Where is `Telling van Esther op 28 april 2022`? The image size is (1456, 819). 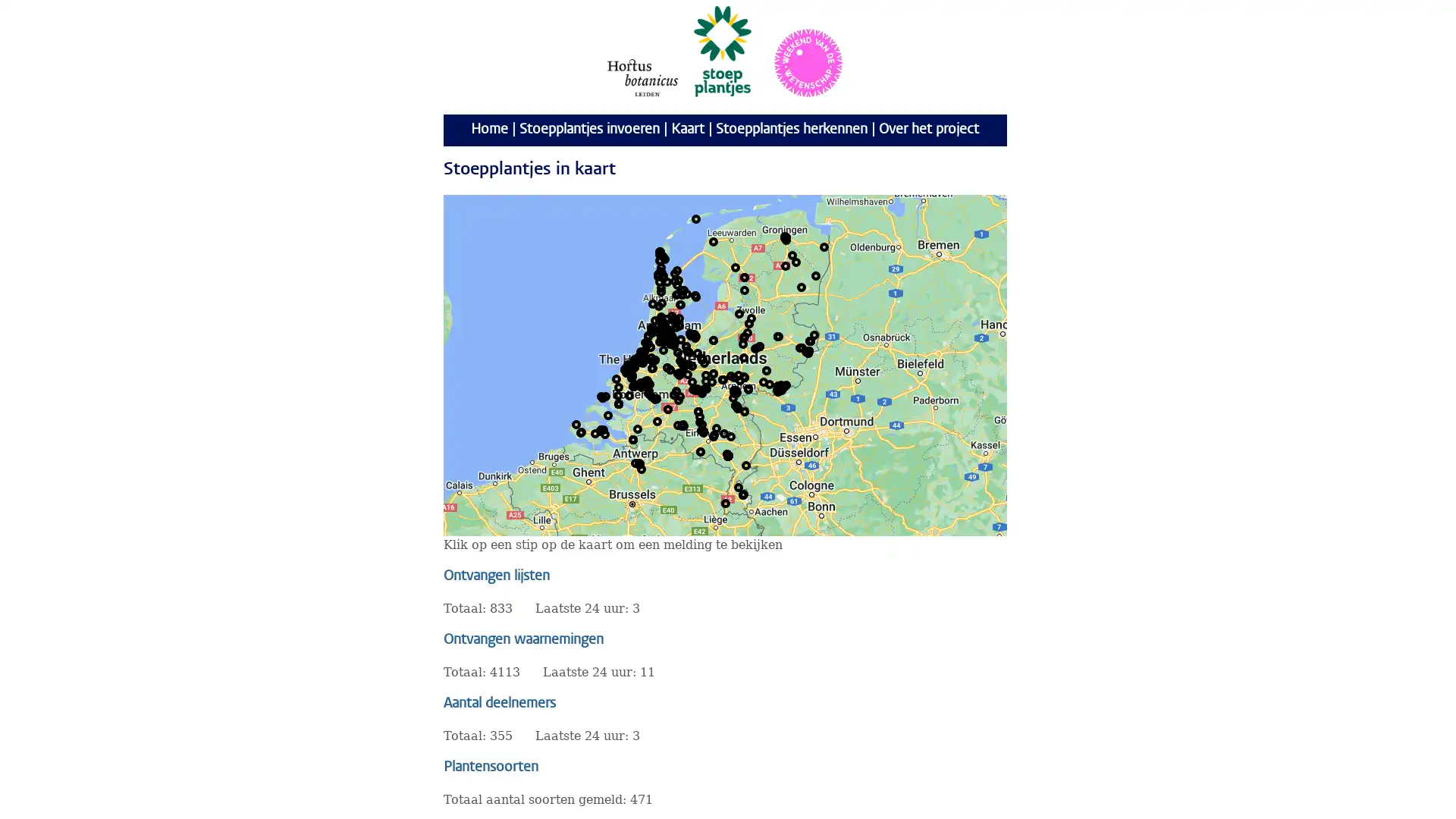
Telling van Esther op 28 april 2022 is located at coordinates (751, 317).